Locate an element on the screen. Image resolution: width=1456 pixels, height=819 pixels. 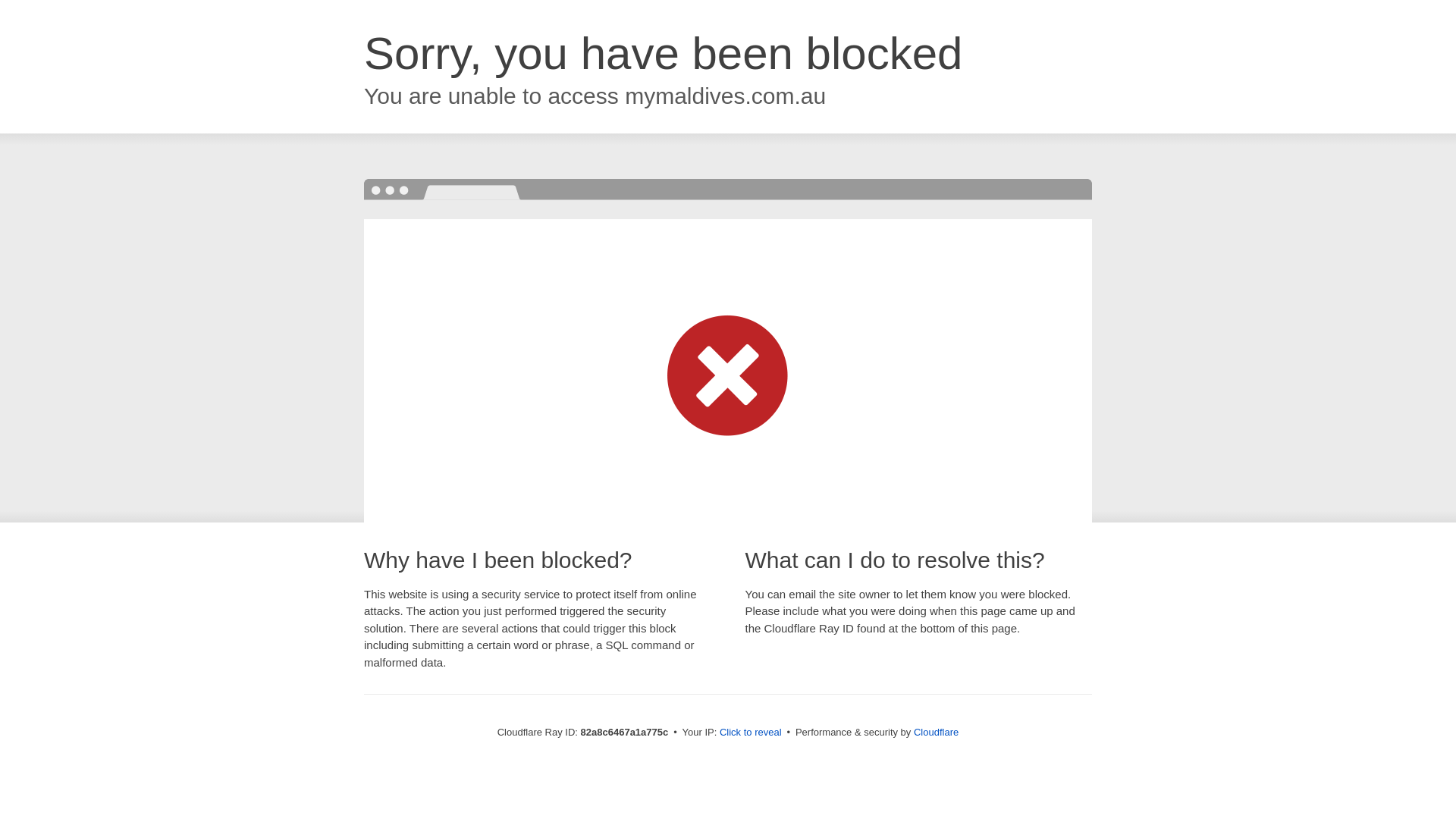
'Cloudflare' is located at coordinates (935, 731).